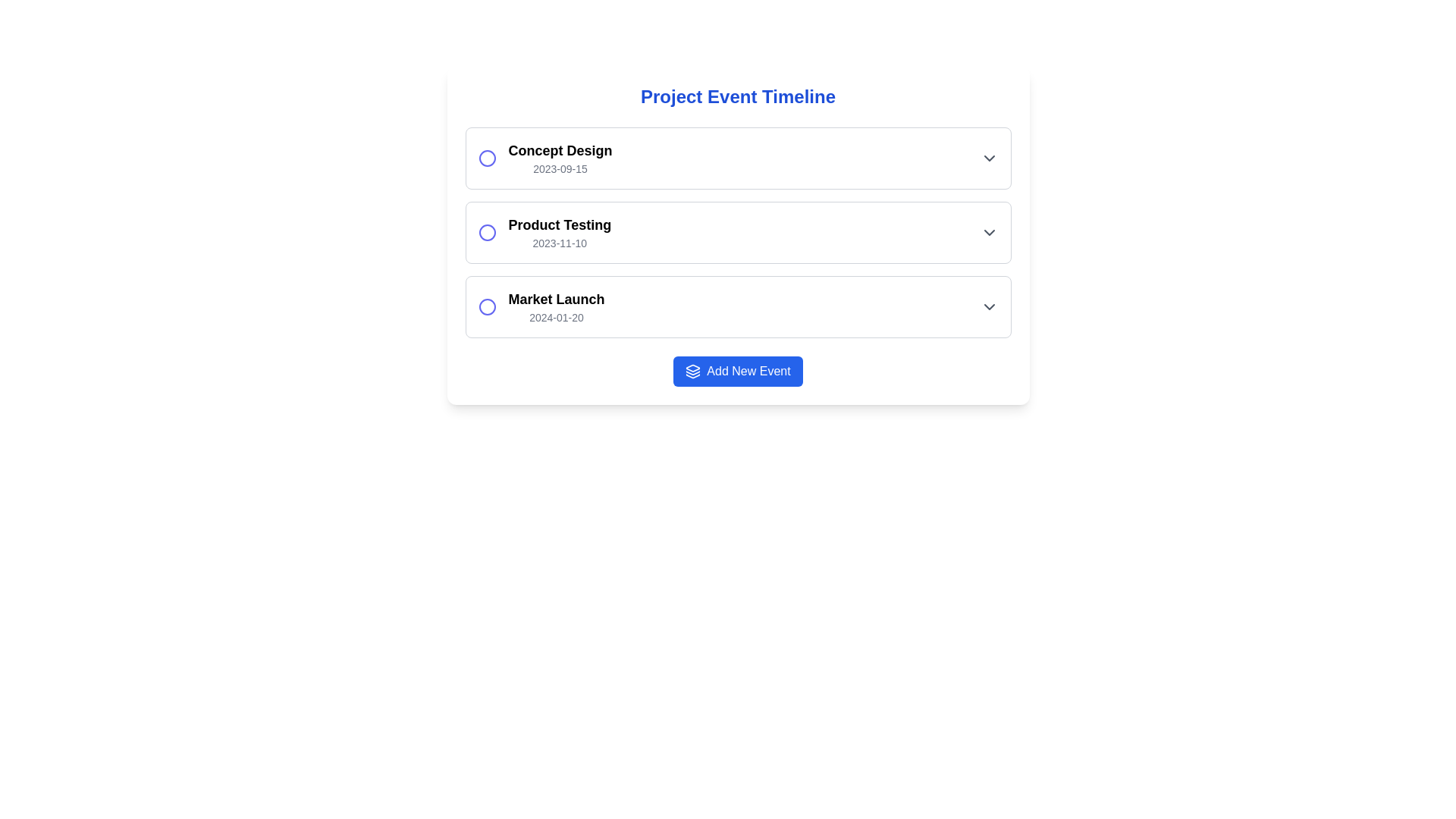  What do you see at coordinates (738, 236) in the screenshot?
I see `the second event block in the project timeline` at bounding box center [738, 236].